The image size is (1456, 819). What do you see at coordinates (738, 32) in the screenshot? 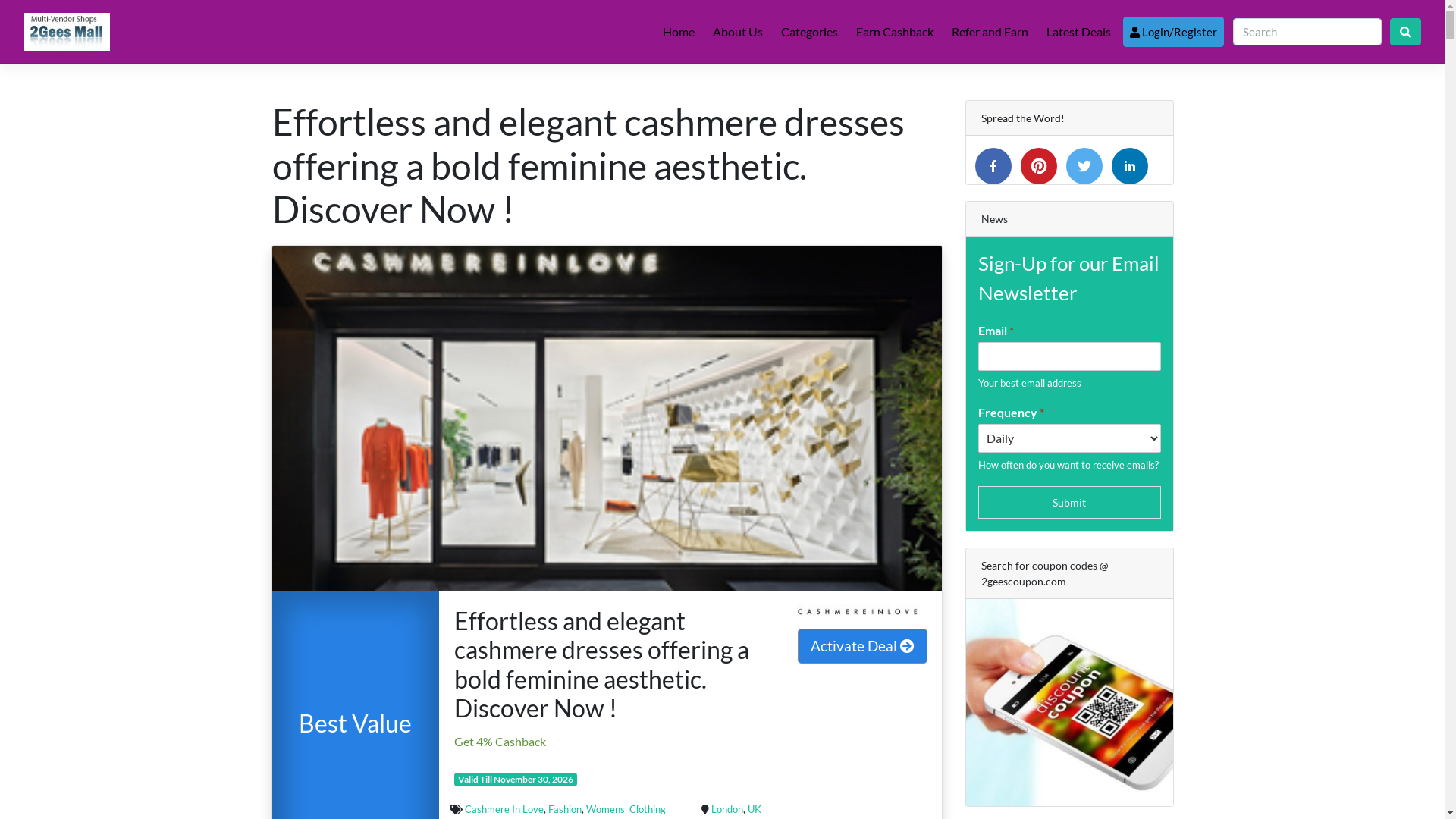
I see `'About Us'` at bounding box center [738, 32].